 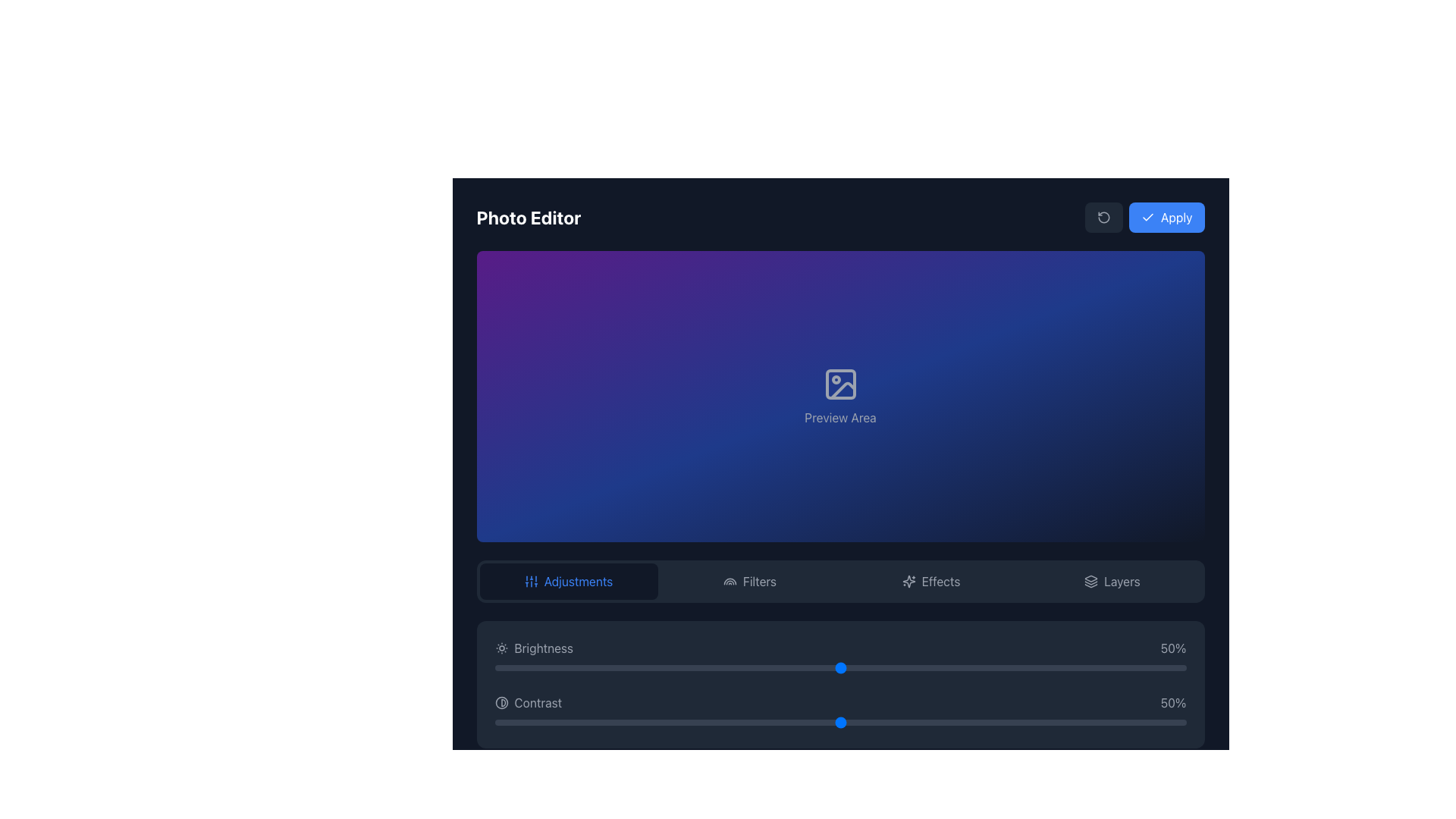 What do you see at coordinates (1144, 217) in the screenshot?
I see `the blue 'Apply' button with rounded corners located in the upper-right section of the header in the photo editor interface` at bounding box center [1144, 217].